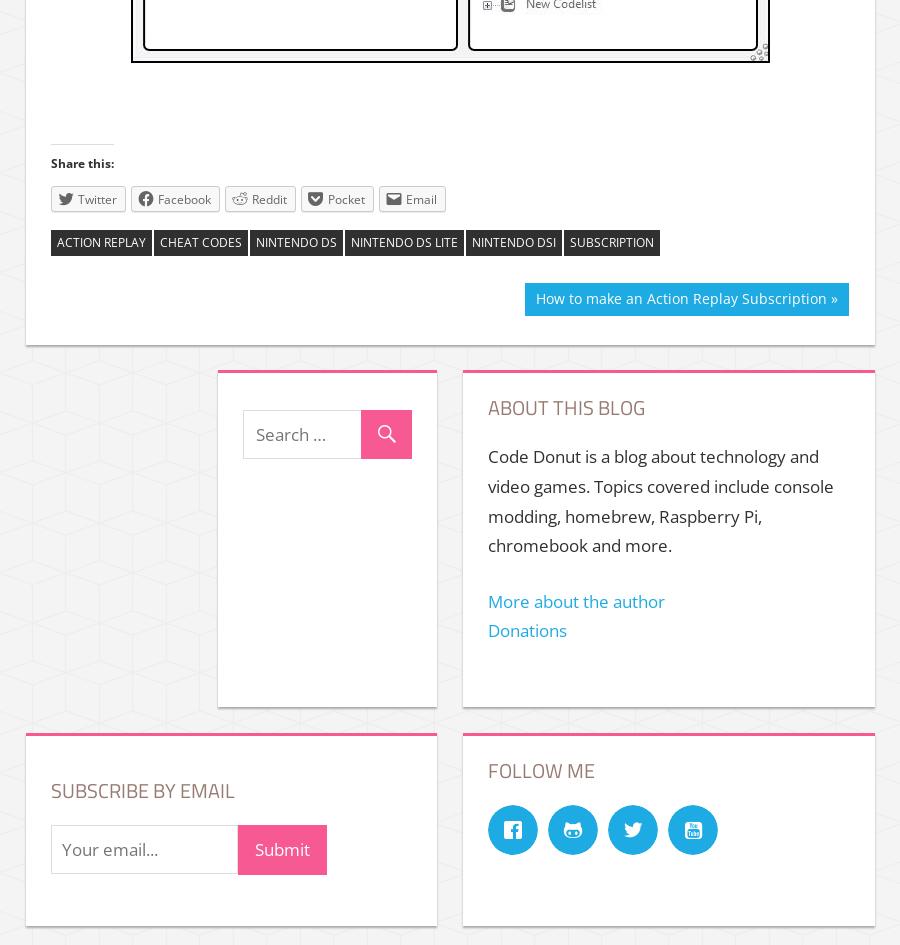  What do you see at coordinates (684, 298) in the screenshot?
I see `'How to make an Action Replay Subscription »'` at bounding box center [684, 298].